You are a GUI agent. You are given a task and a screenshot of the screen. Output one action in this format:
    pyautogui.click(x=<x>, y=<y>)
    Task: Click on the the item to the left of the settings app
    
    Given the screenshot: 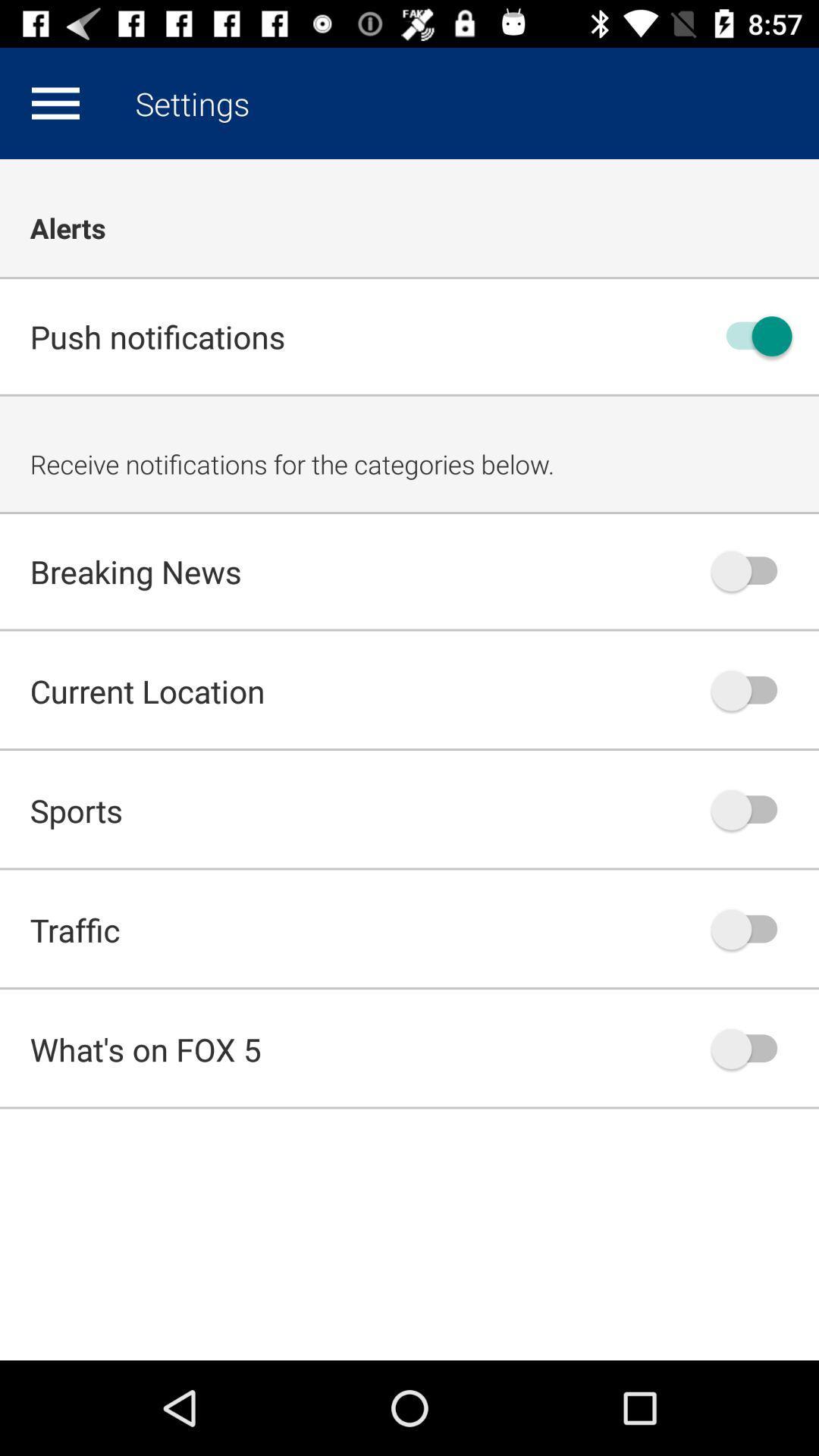 What is the action you would take?
    pyautogui.click(x=55, y=102)
    